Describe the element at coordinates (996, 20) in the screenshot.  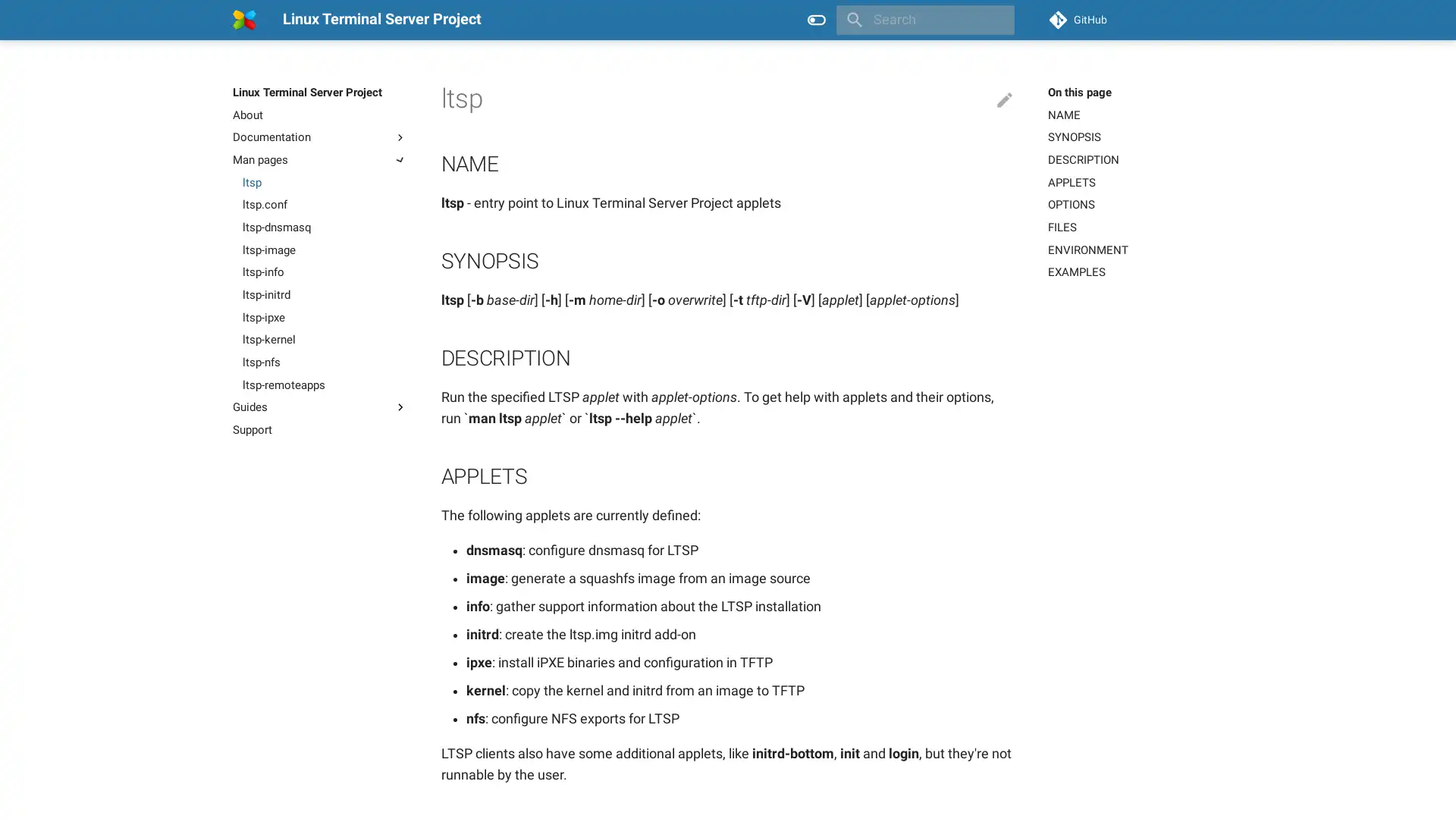
I see `Clear` at that location.